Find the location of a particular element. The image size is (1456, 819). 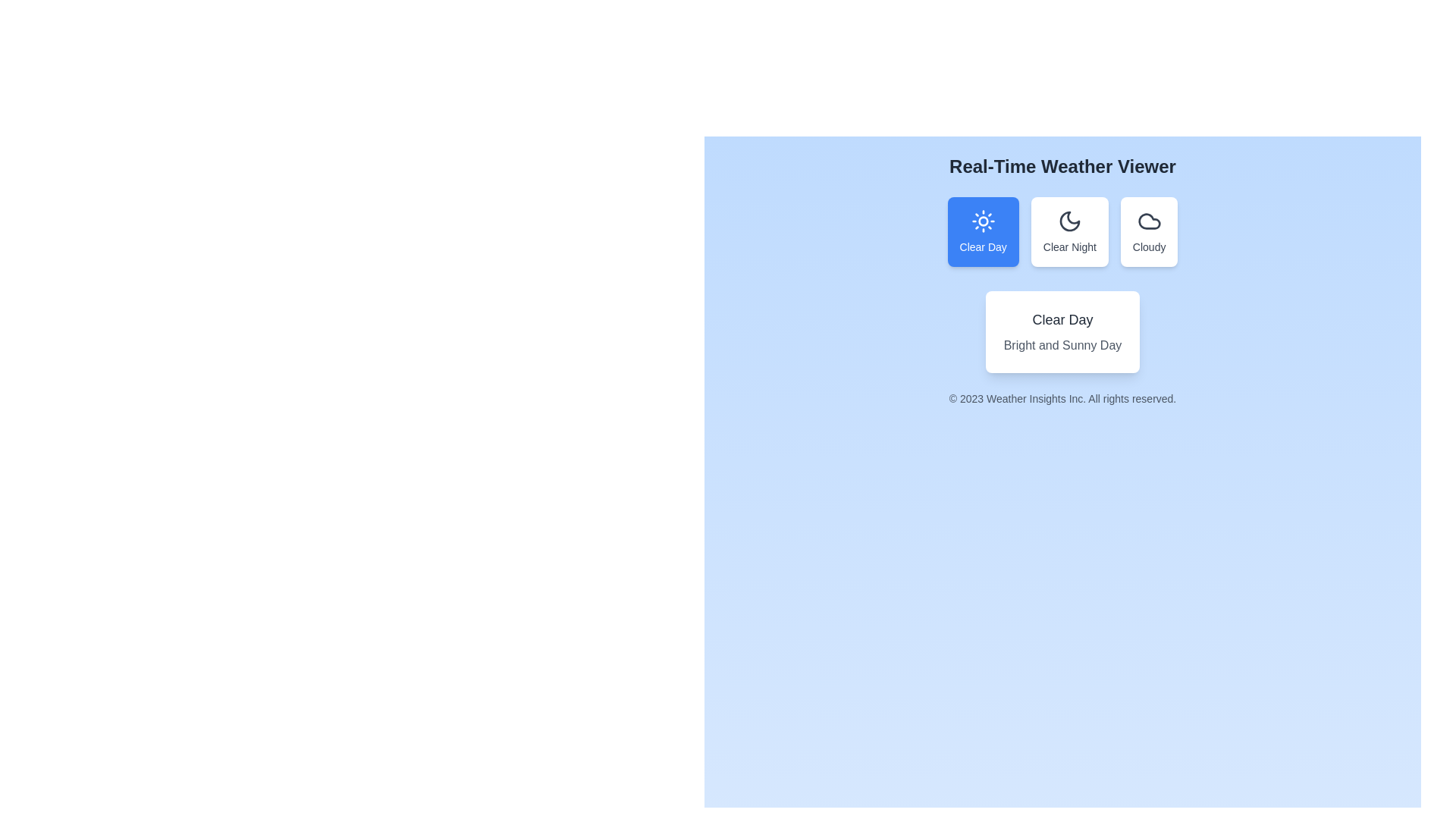

the Informational Card displaying 'Clear Day' with the text 'Bright and Sunny Day' below it, which is centered in the interface is located at coordinates (1062, 331).